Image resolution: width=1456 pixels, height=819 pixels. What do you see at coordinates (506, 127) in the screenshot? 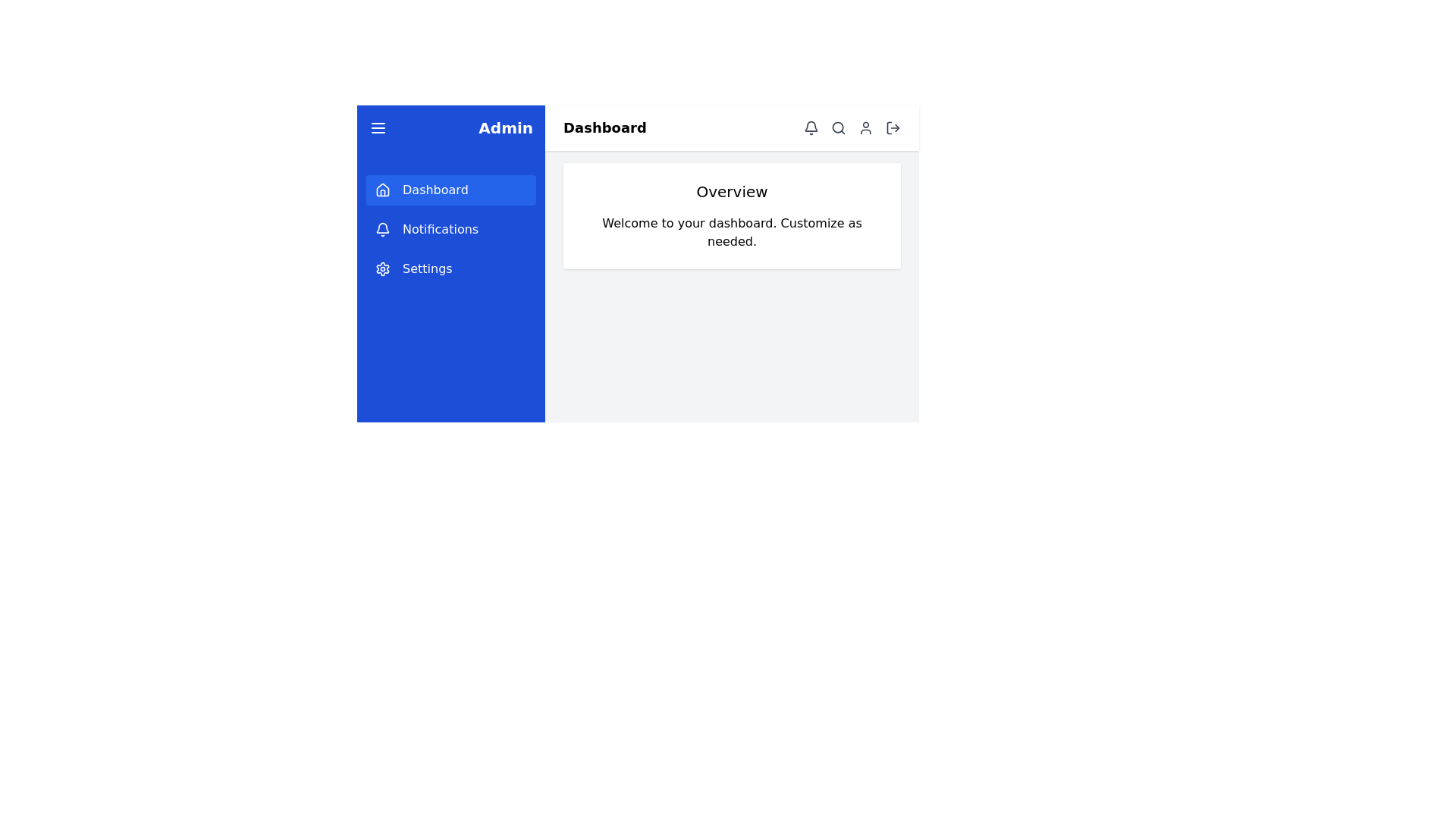
I see `the 'Admin' text label displayed prominently in bold on a blue background, located in the top-left portion of the interface` at bounding box center [506, 127].